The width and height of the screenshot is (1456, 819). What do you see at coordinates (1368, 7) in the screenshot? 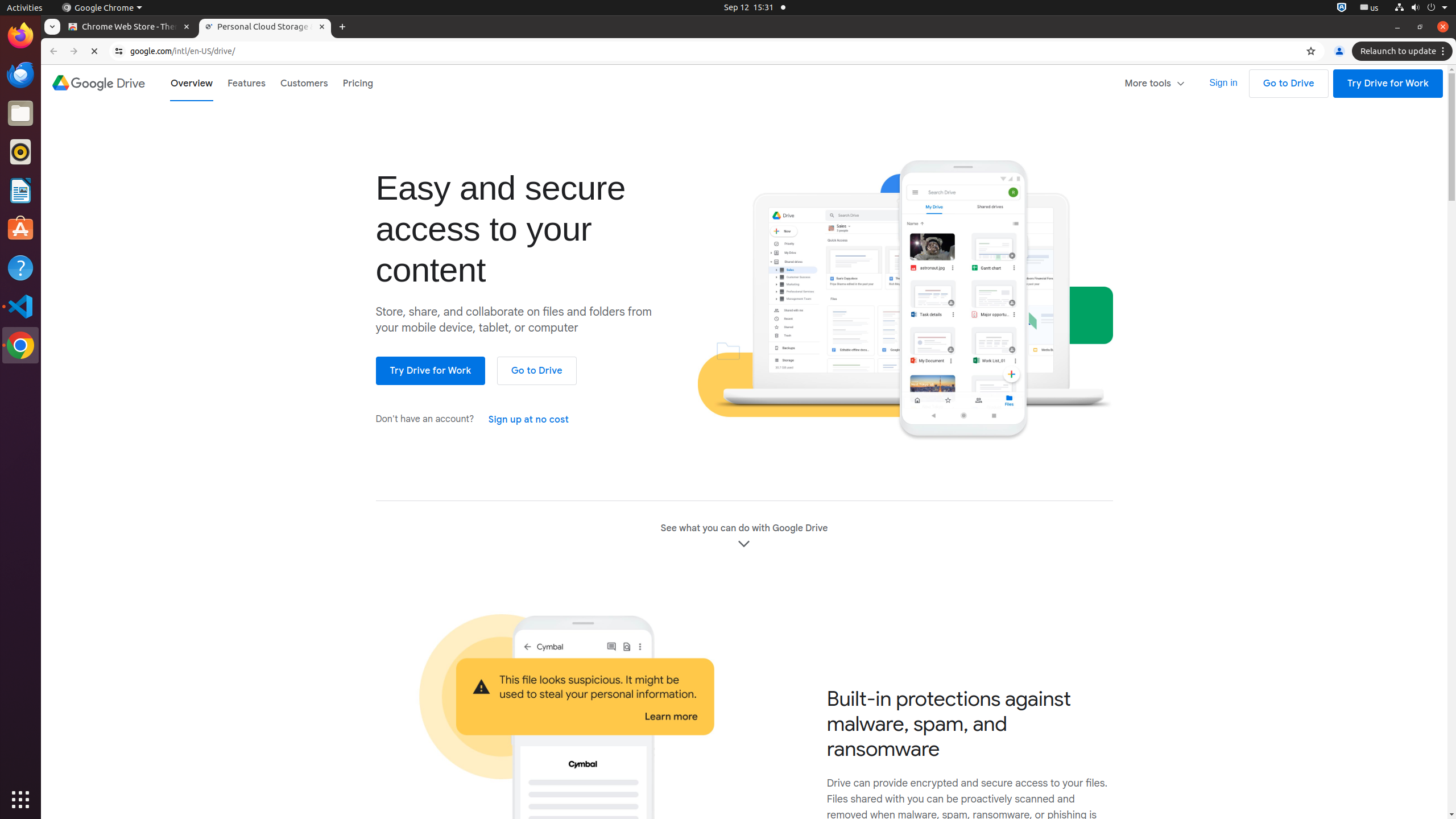
I see `':1.21/StatusNotifierItem'` at bounding box center [1368, 7].